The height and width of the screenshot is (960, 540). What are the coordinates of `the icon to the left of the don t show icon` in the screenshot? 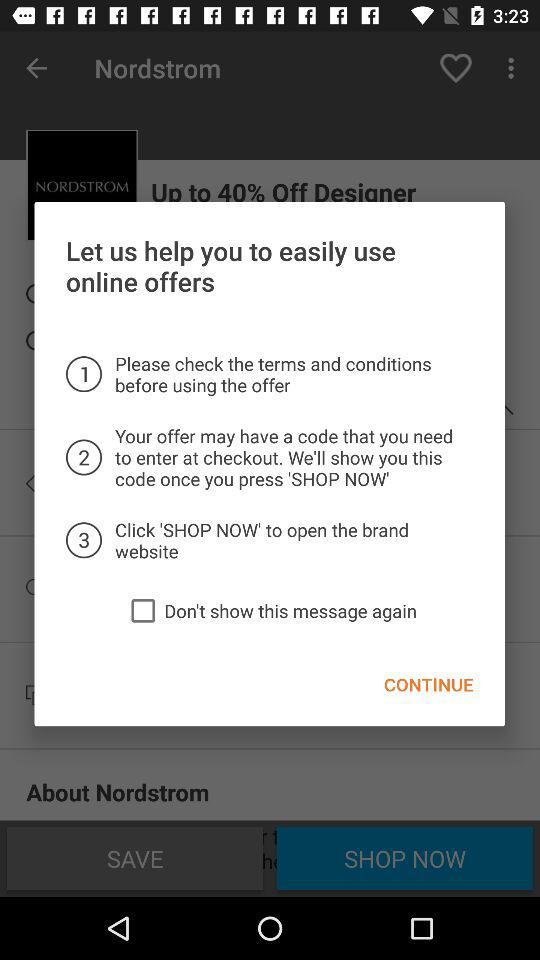 It's located at (142, 609).